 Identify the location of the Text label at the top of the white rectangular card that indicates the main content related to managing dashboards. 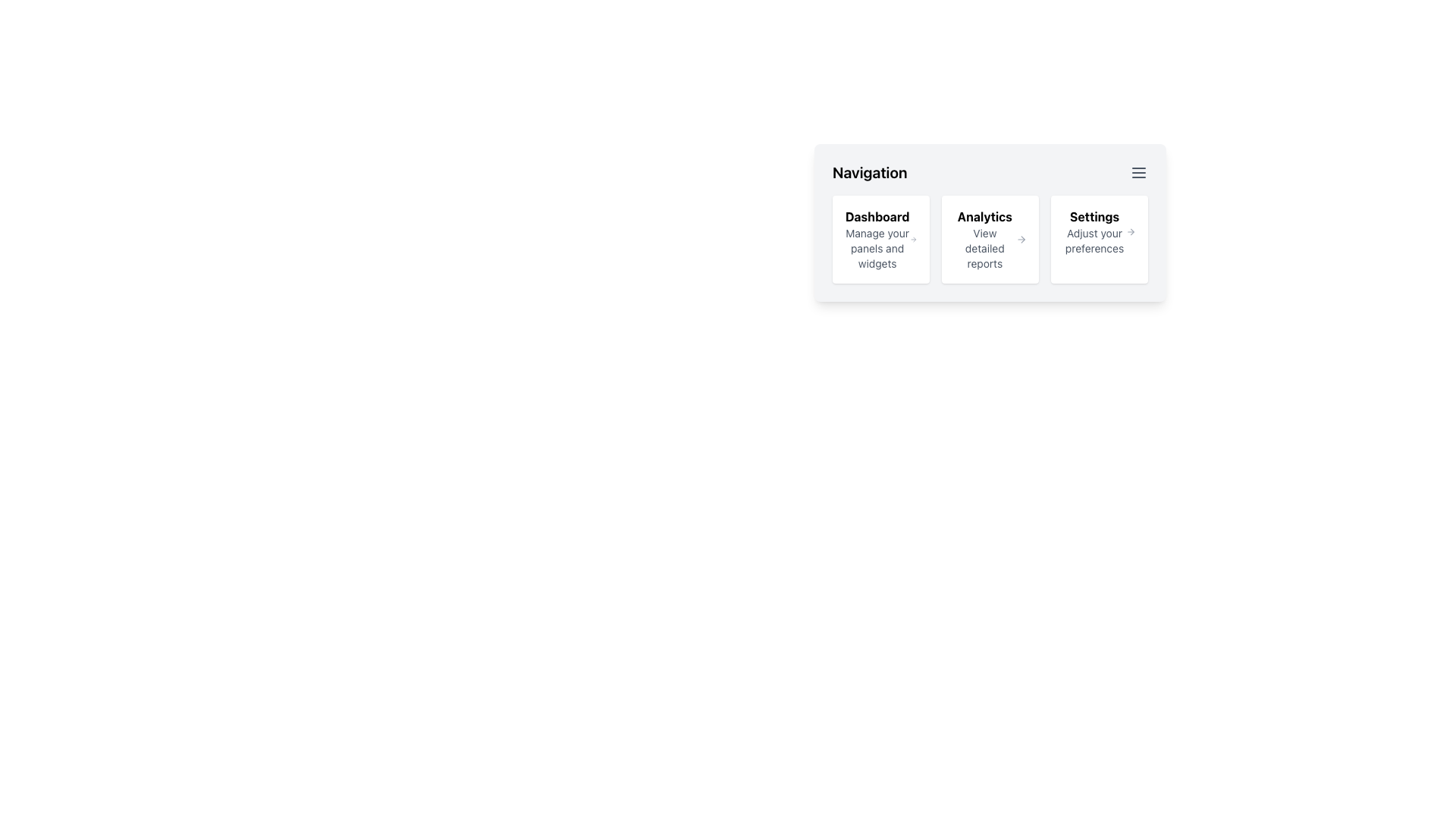
(877, 216).